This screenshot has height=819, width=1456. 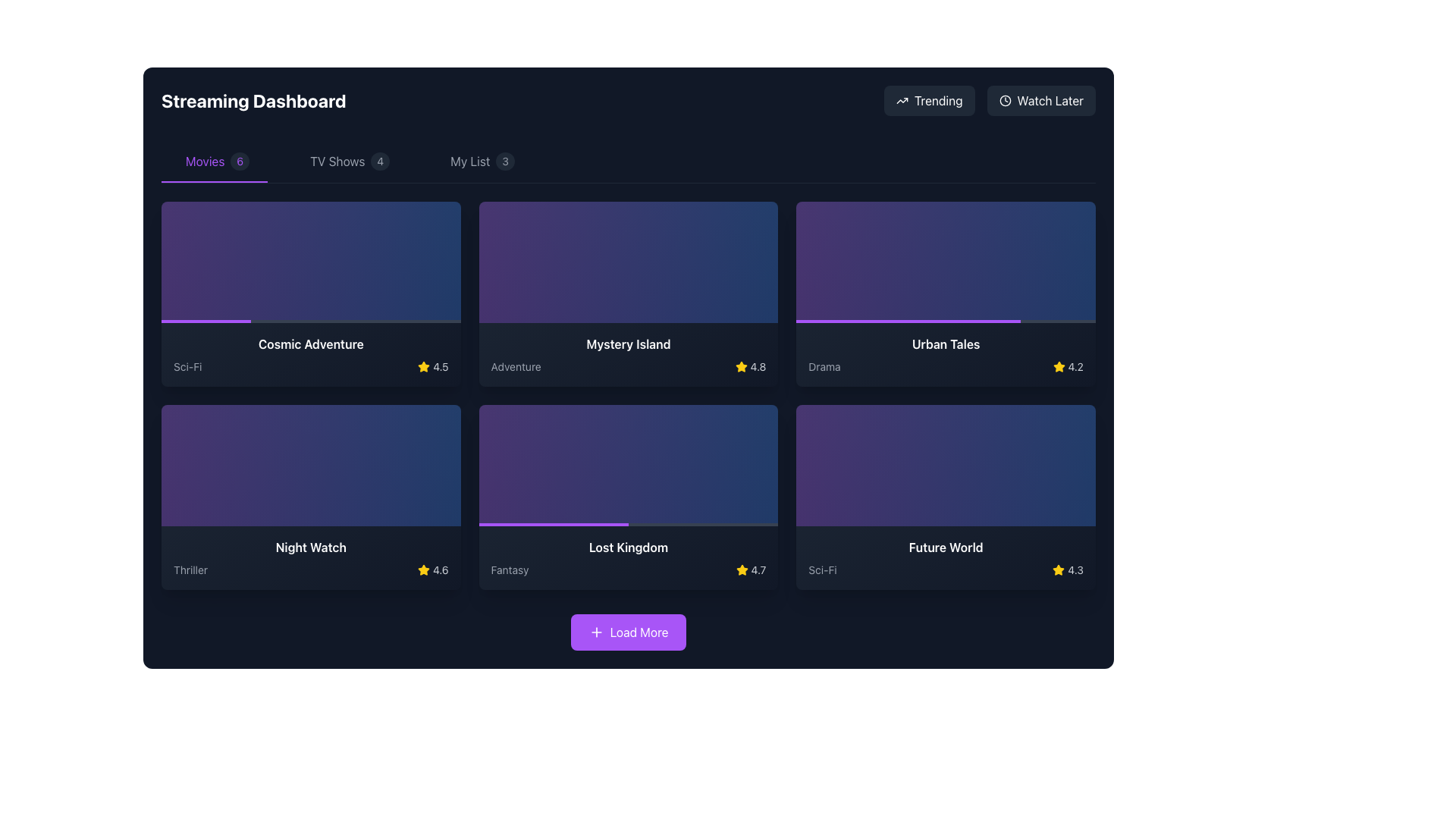 What do you see at coordinates (824, 366) in the screenshot?
I see `text of the genre label located at the bottom of the 'Urban Tales' tile in the grid of content cards, positioned above the rating section` at bounding box center [824, 366].